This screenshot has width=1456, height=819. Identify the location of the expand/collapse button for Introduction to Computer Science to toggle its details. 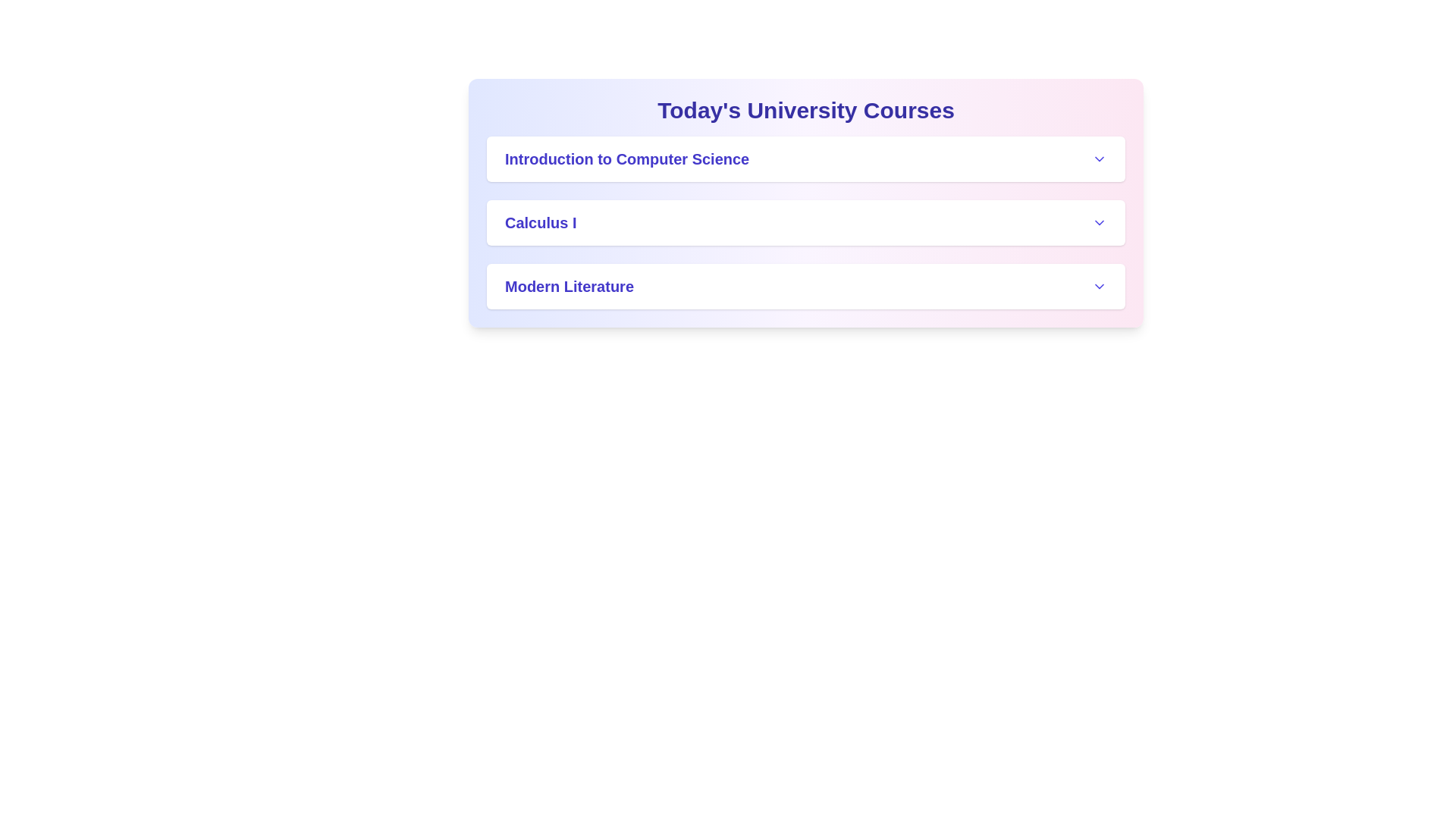
(1099, 158).